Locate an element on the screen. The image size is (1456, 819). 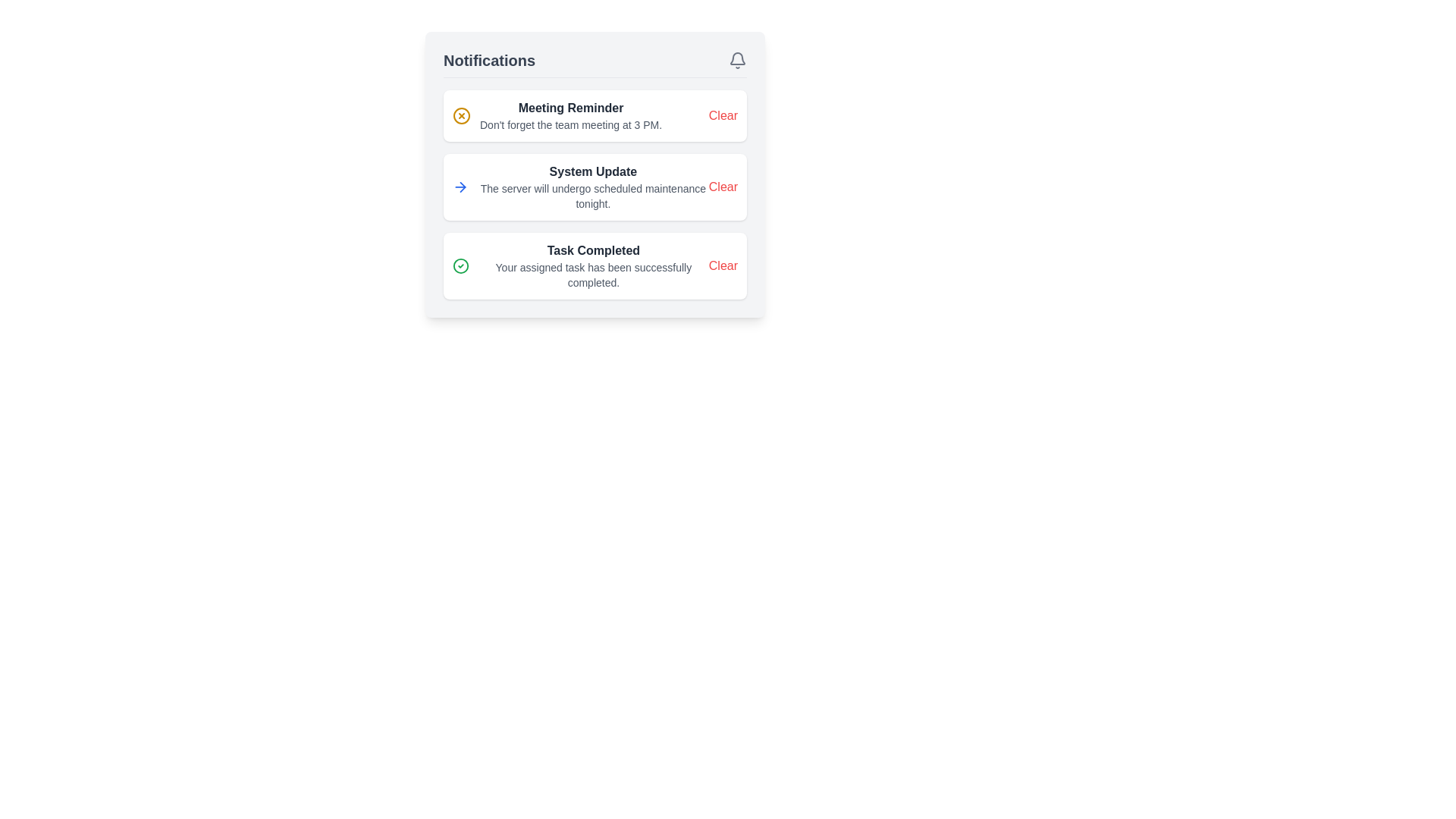
the text label displaying 'Task Completed' in bold, dark gray font, located at the top of the notification card is located at coordinates (592, 250).